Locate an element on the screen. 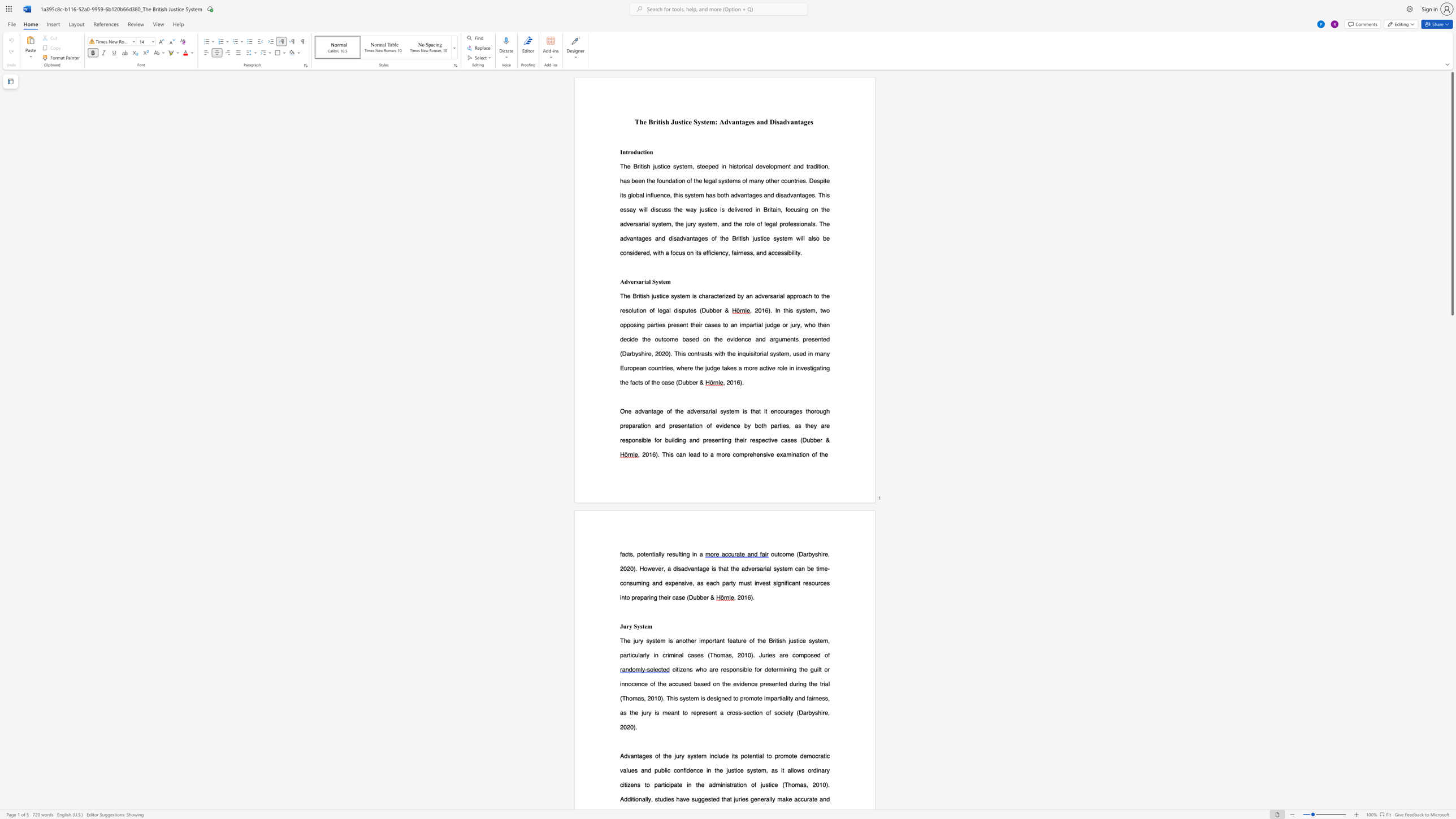 Image resolution: width=1456 pixels, height=819 pixels. the subset text "ning" within the text "determining" is located at coordinates (785, 669).